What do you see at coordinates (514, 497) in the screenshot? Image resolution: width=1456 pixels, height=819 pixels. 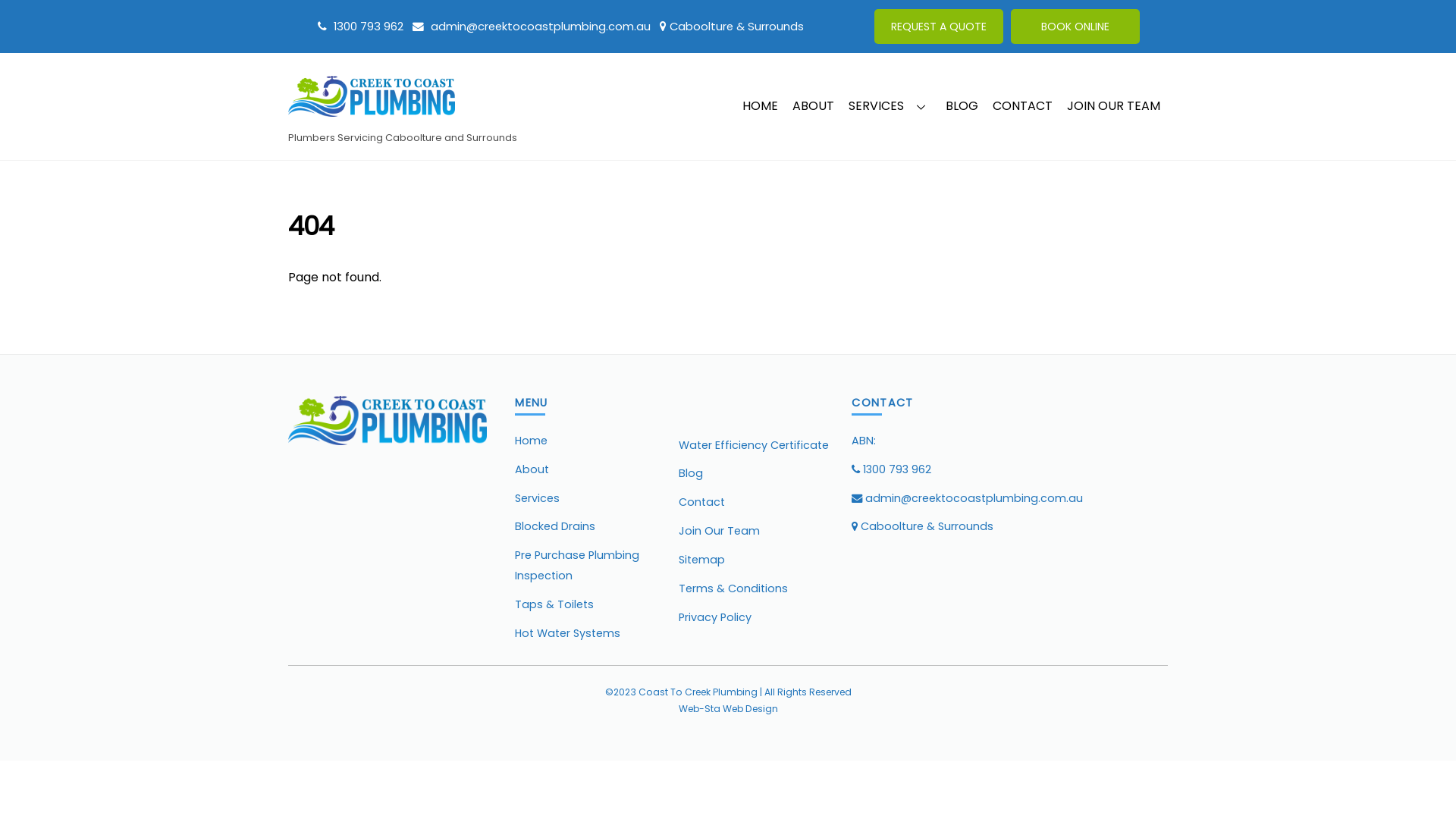 I see `'Services'` at bounding box center [514, 497].